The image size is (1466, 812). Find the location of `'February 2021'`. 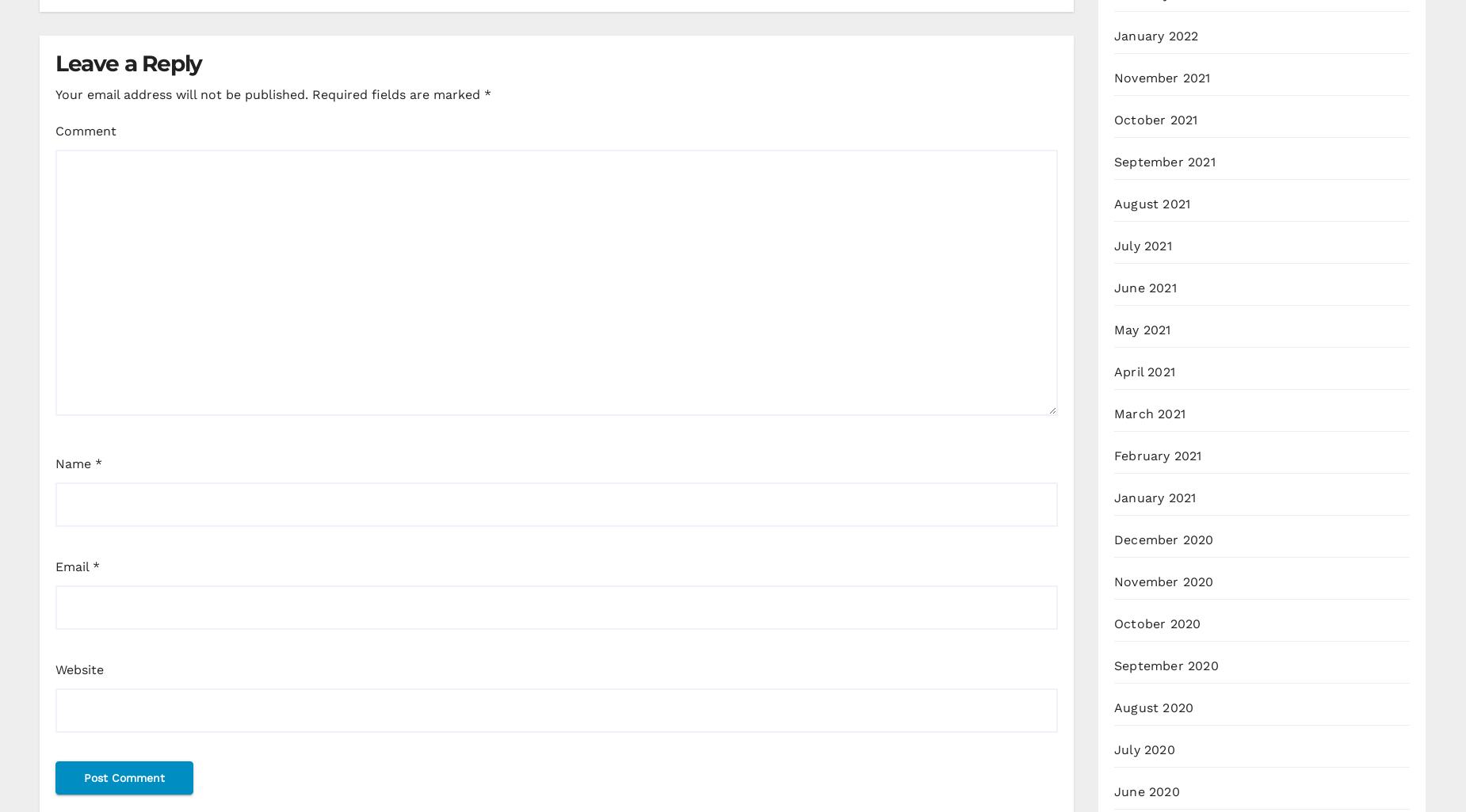

'February 2021' is located at coordinates (1157, 456).